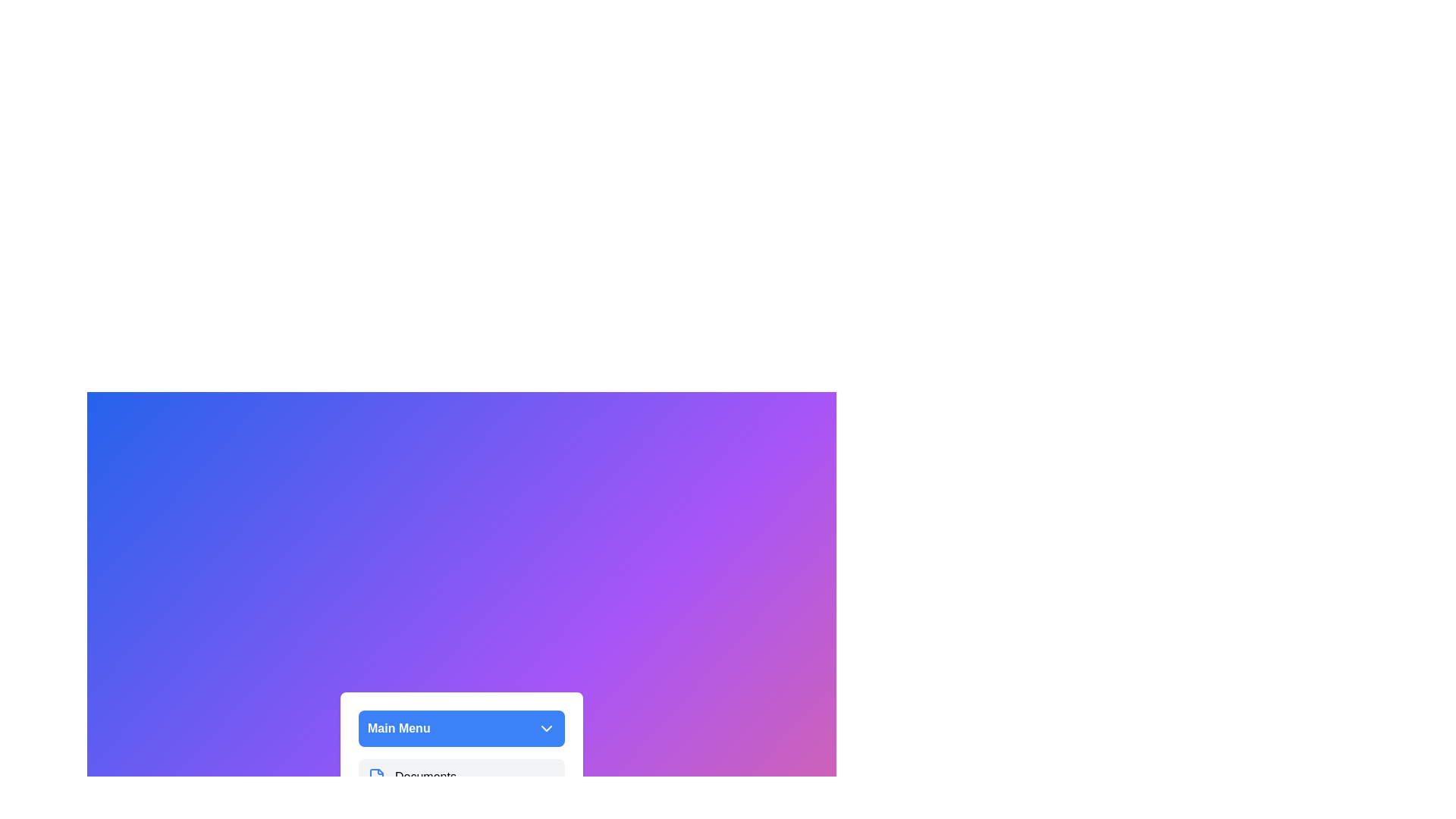 Image resolution: width=1456 pixels, height=819 pixels. Describe the element at coordinates (461, 777) in the screenshot. I see `the 'Documents' menu item` at that location.